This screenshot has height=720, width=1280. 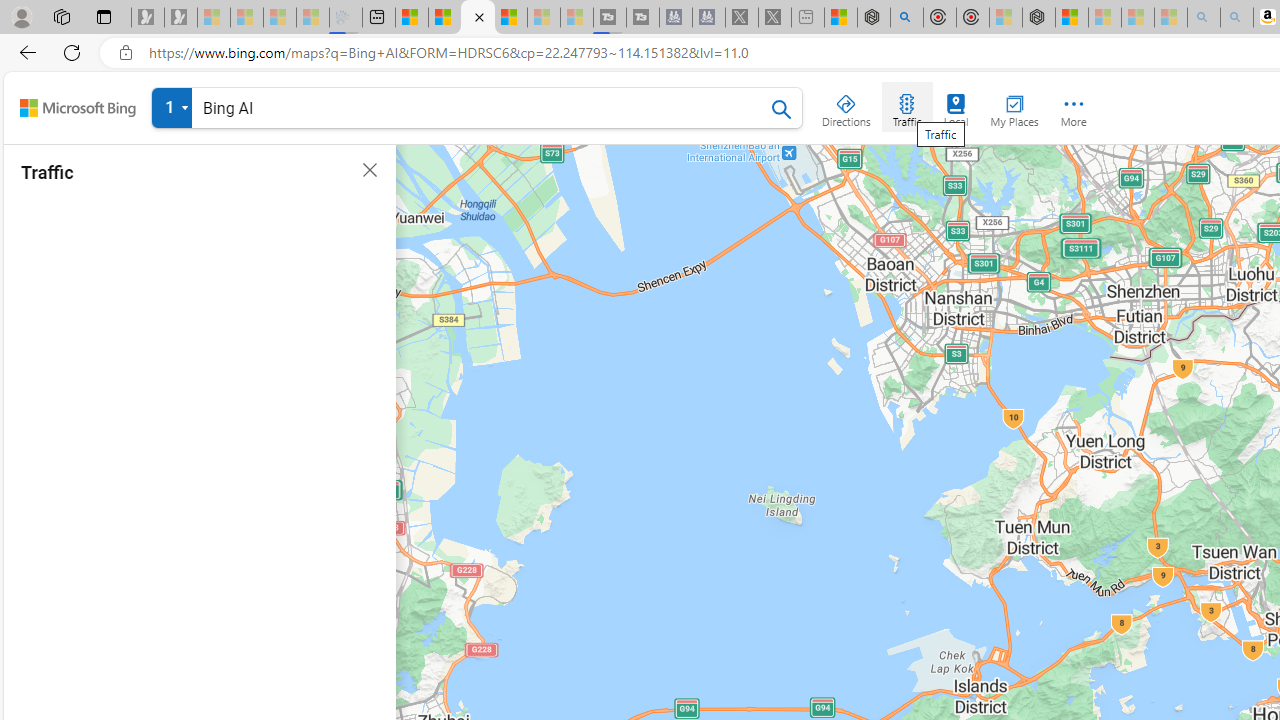 I want to click on 'Directions', so click(x=846, y=106).